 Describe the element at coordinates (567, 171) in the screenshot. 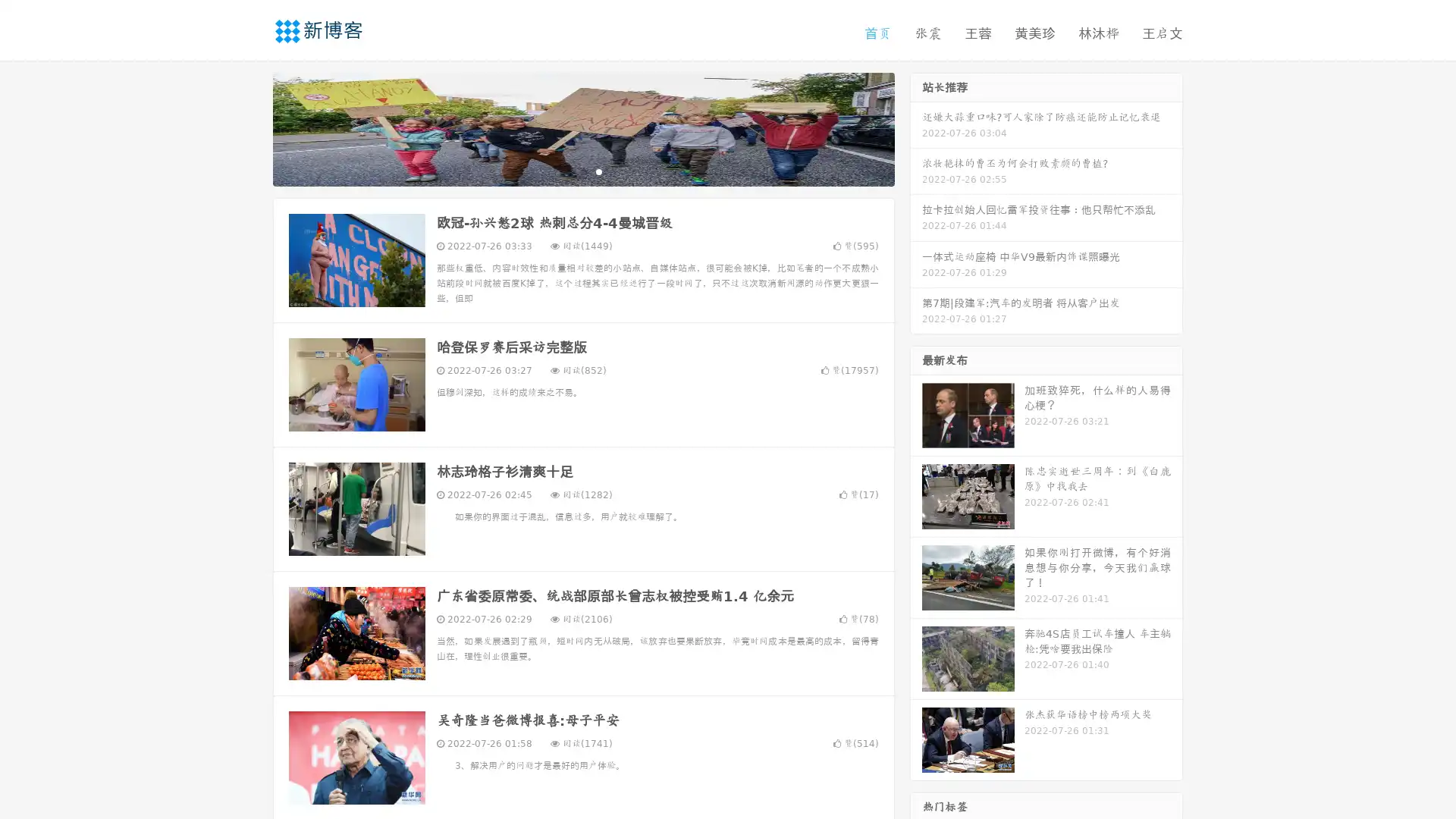

I see `Go to slide 1` at that location.